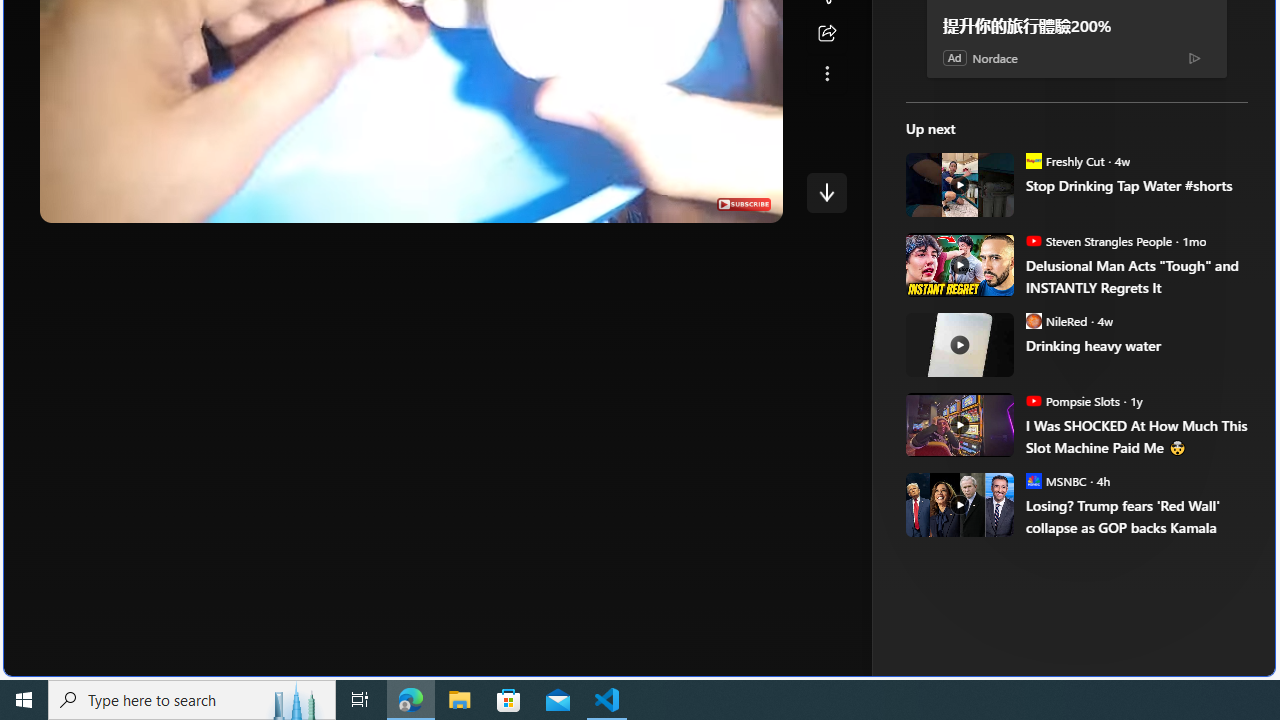  What do you see at coordinates (1063, 159) in the screenshot?
I see `'Freshly Cut Freshly Cut'` at bounding box center [1063, 159].